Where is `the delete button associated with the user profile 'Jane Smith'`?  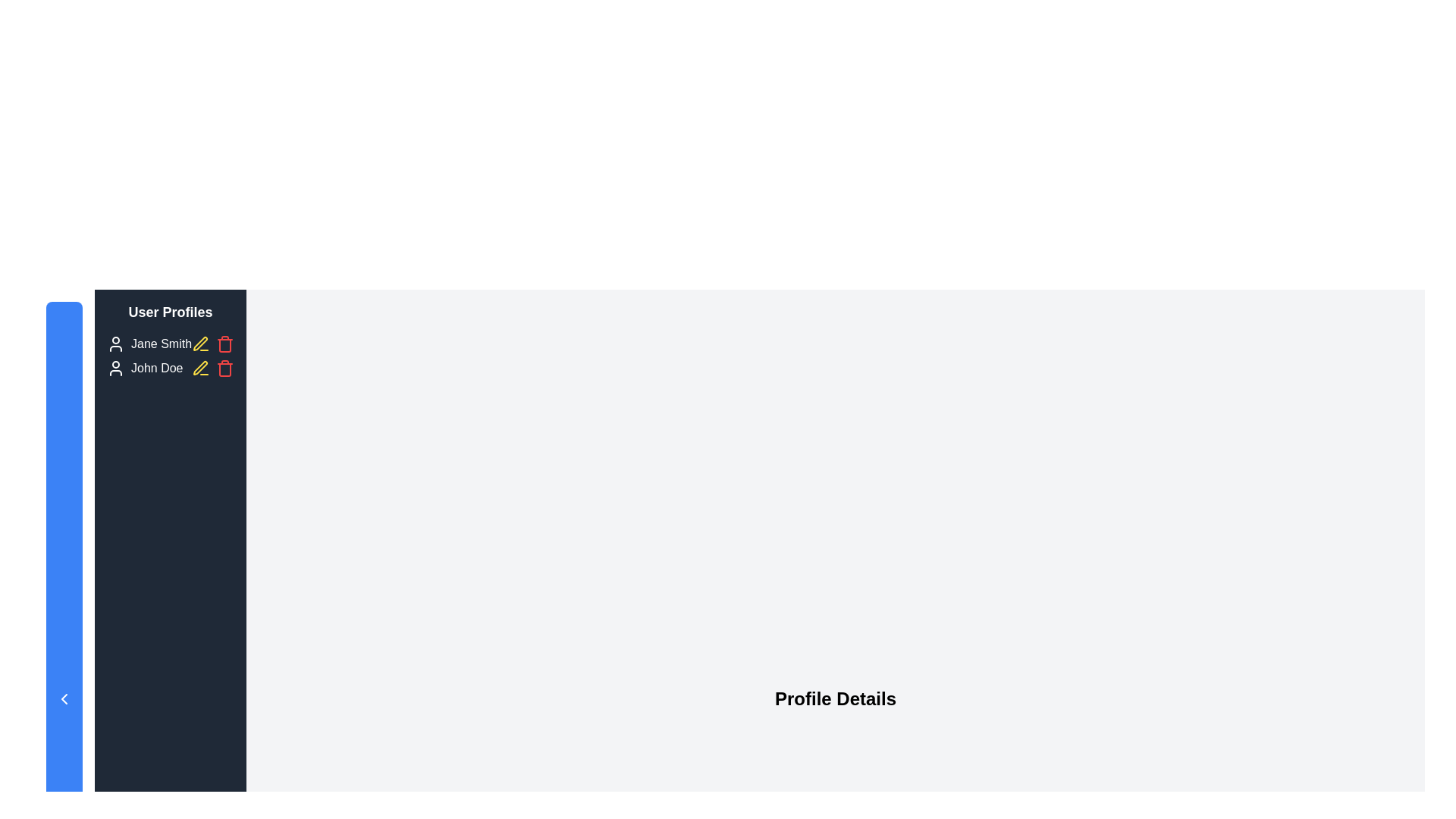
the delete button associated with the user profile 'Jane Smith' is located at coordinates (212, 344).